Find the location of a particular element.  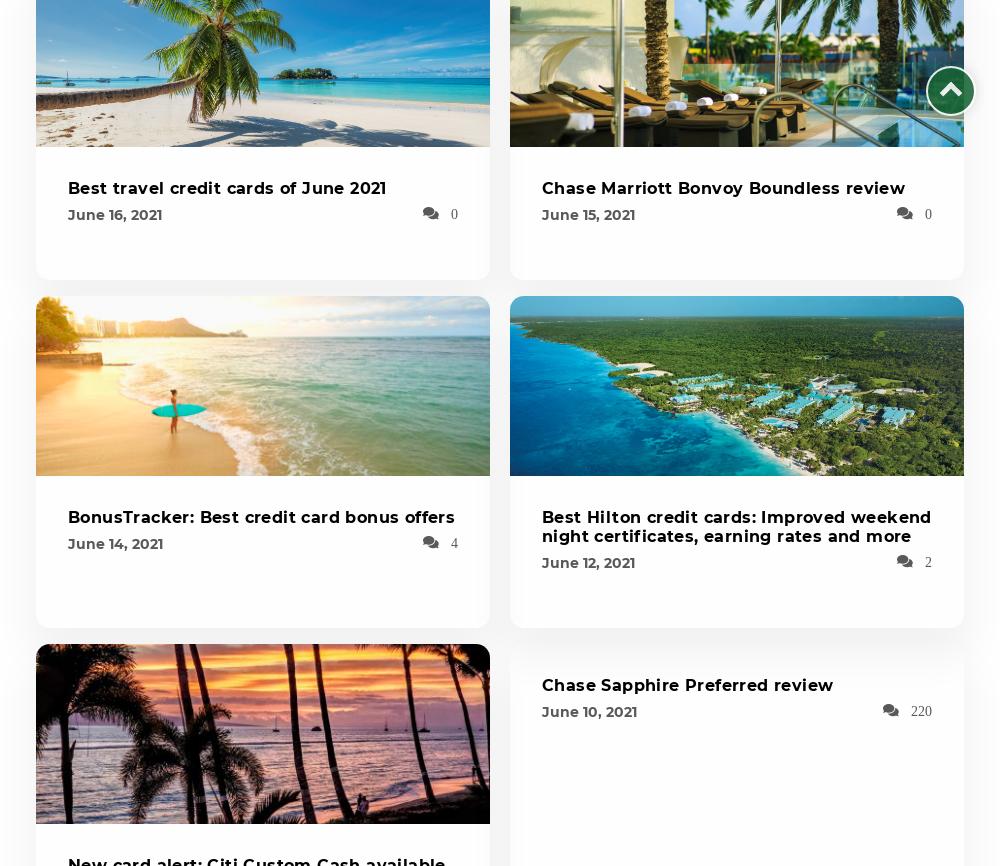

'June 10, 2021' is located at coordinates (588, 711).